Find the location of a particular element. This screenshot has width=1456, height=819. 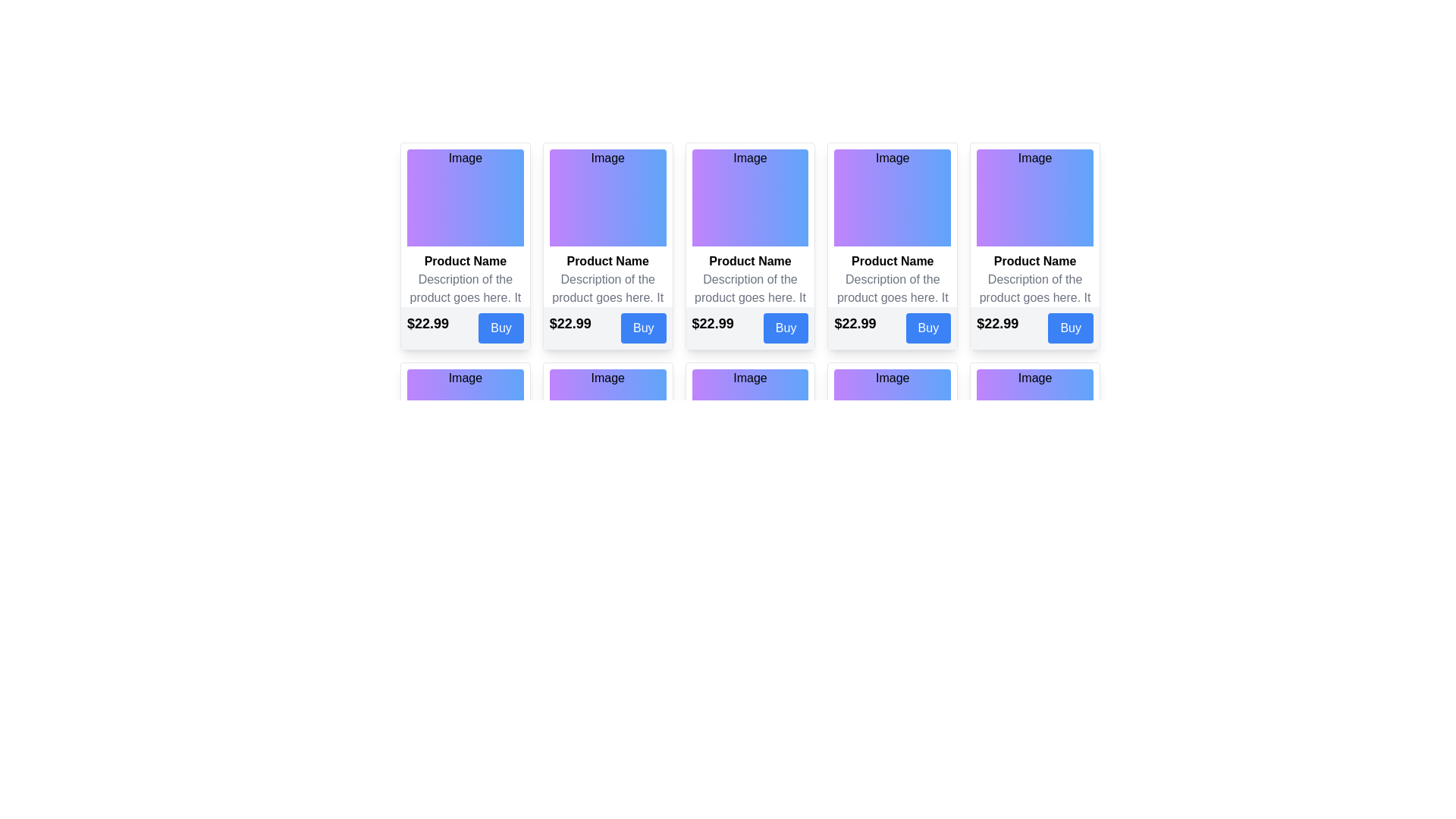

the price displayed ('$22.99') in bold text located at the bottom of the second product card is located at coordinates (607, 327).